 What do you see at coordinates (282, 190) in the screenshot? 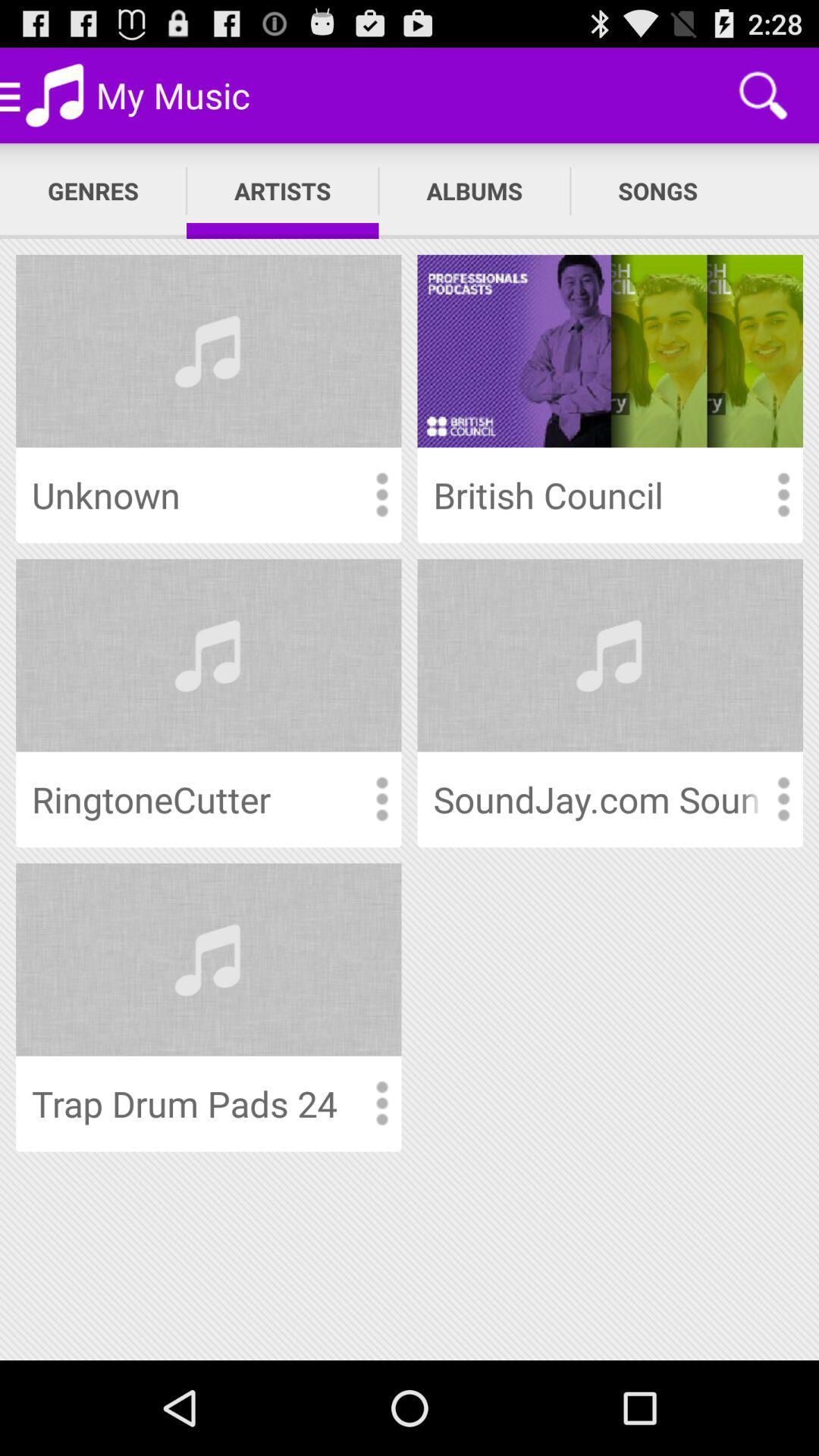
I see `the icon next to genres` at bounding box center [282, 190].